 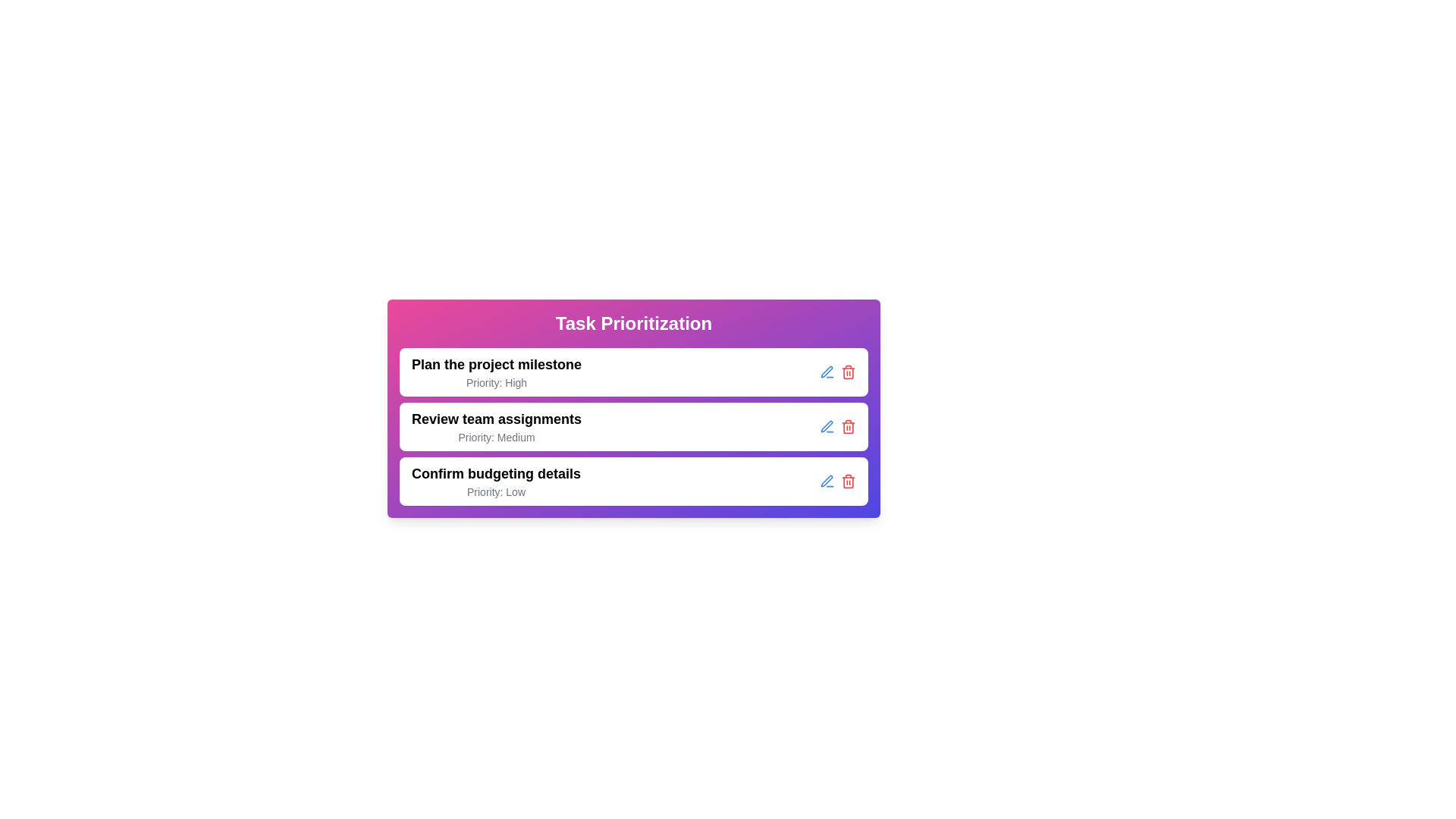 What do you see at coordinates (497, 438) in the screenshot?
I see `the text label that reads 'Priority: Medium', which is styled in a small gray font and positioned beneath the heading 'Review team assignments'` at bounding box center [497, 438].